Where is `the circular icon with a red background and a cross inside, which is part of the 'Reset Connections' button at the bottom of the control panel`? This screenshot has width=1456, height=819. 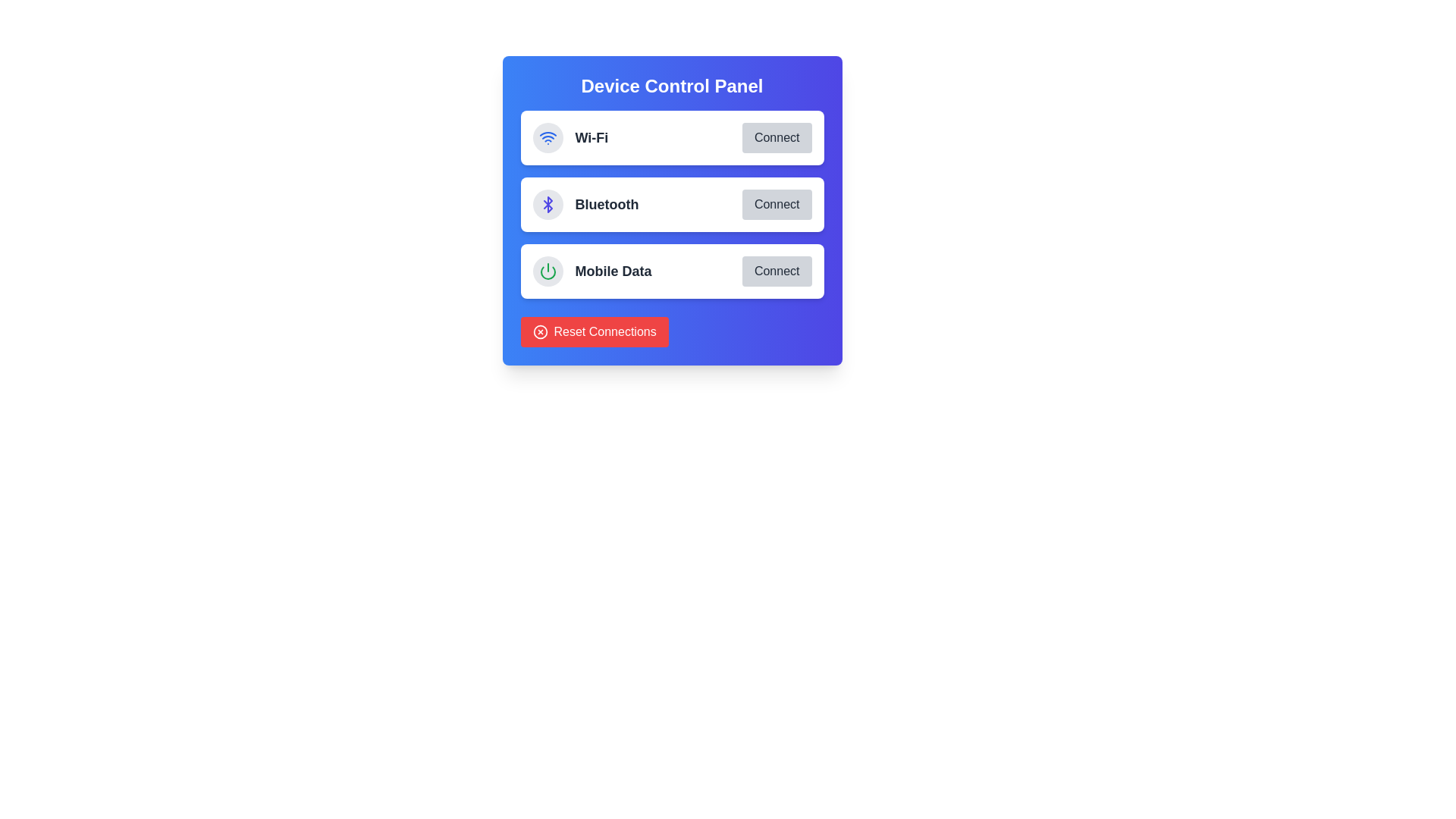 the circular icon with a red background and a cross inside, which is part of the 'Reset Connections' button at the bottom of the control panel is located at coordinates (540, 331).